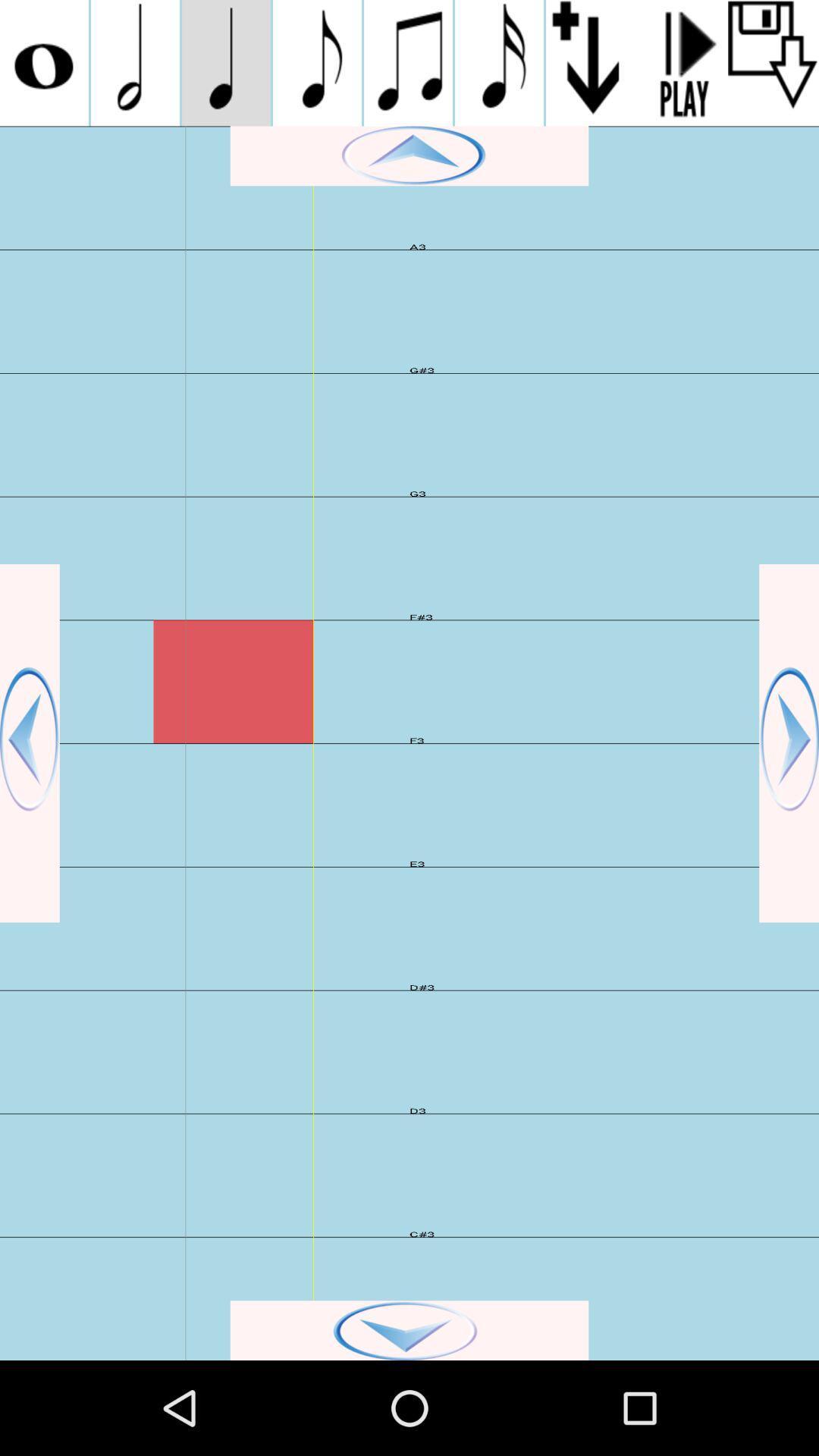 This screenshot has width=819, height=1456. What do you see at coordinates (409, 155) in the screenshot?
I see `go up` at bounding box center [409, 155].